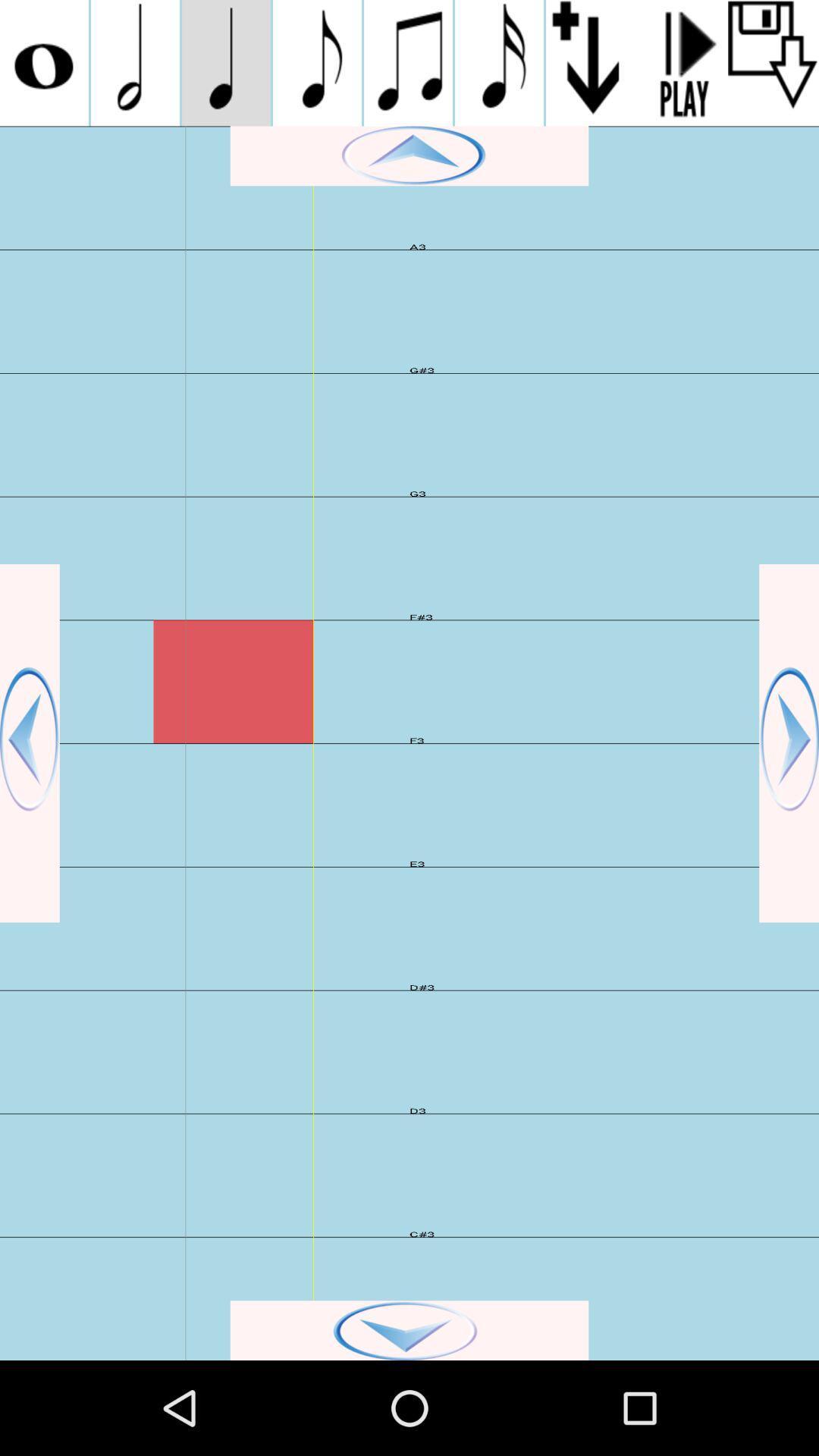 This screenshot has width=819, height=1456. What do you see at coordinates (409, 155) in the screenshot?
I see `go up` at bounding box center [409, 155].